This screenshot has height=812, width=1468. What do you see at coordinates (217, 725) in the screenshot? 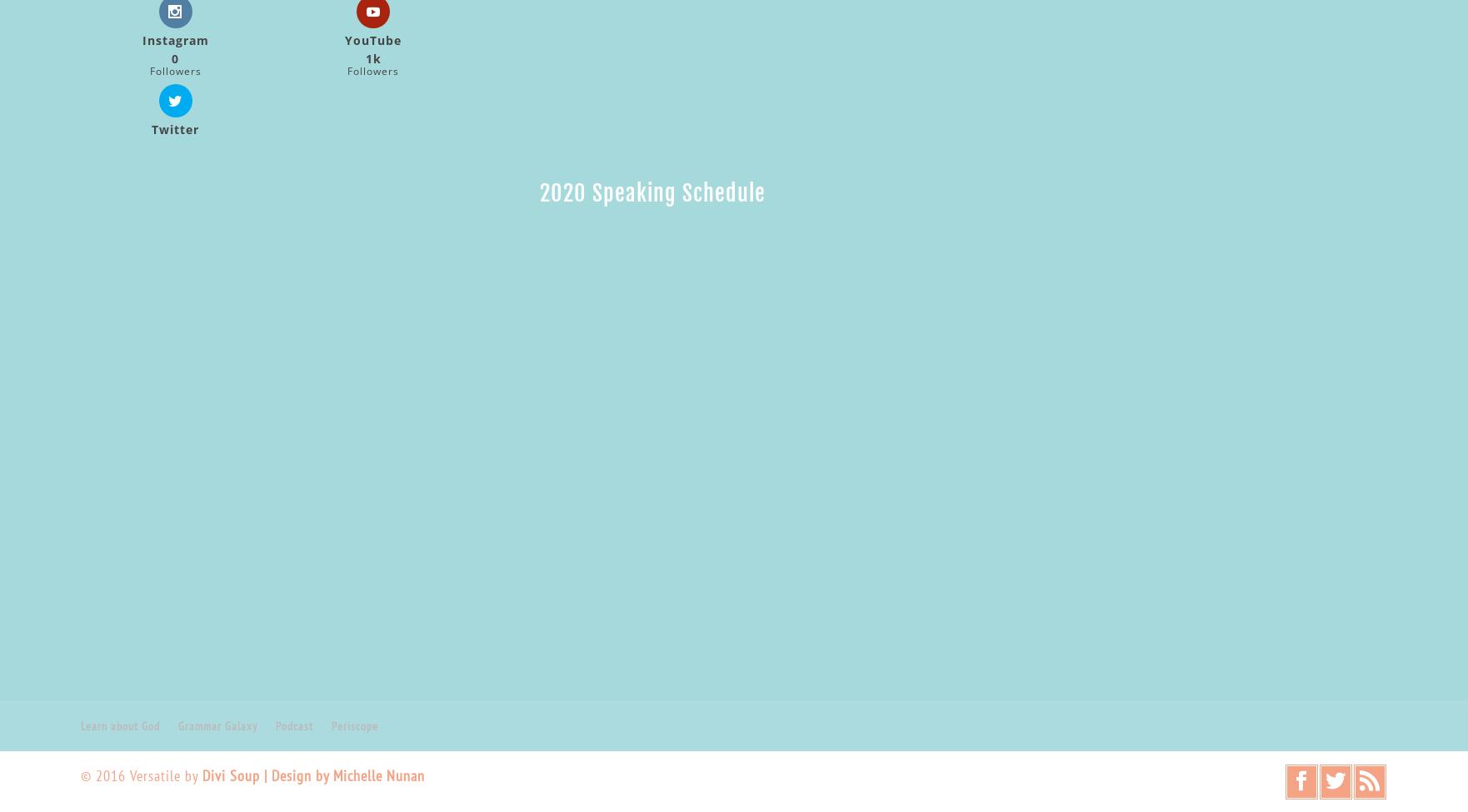
I see `'Grammar Galaxy'` at bounding box center [217, 725].